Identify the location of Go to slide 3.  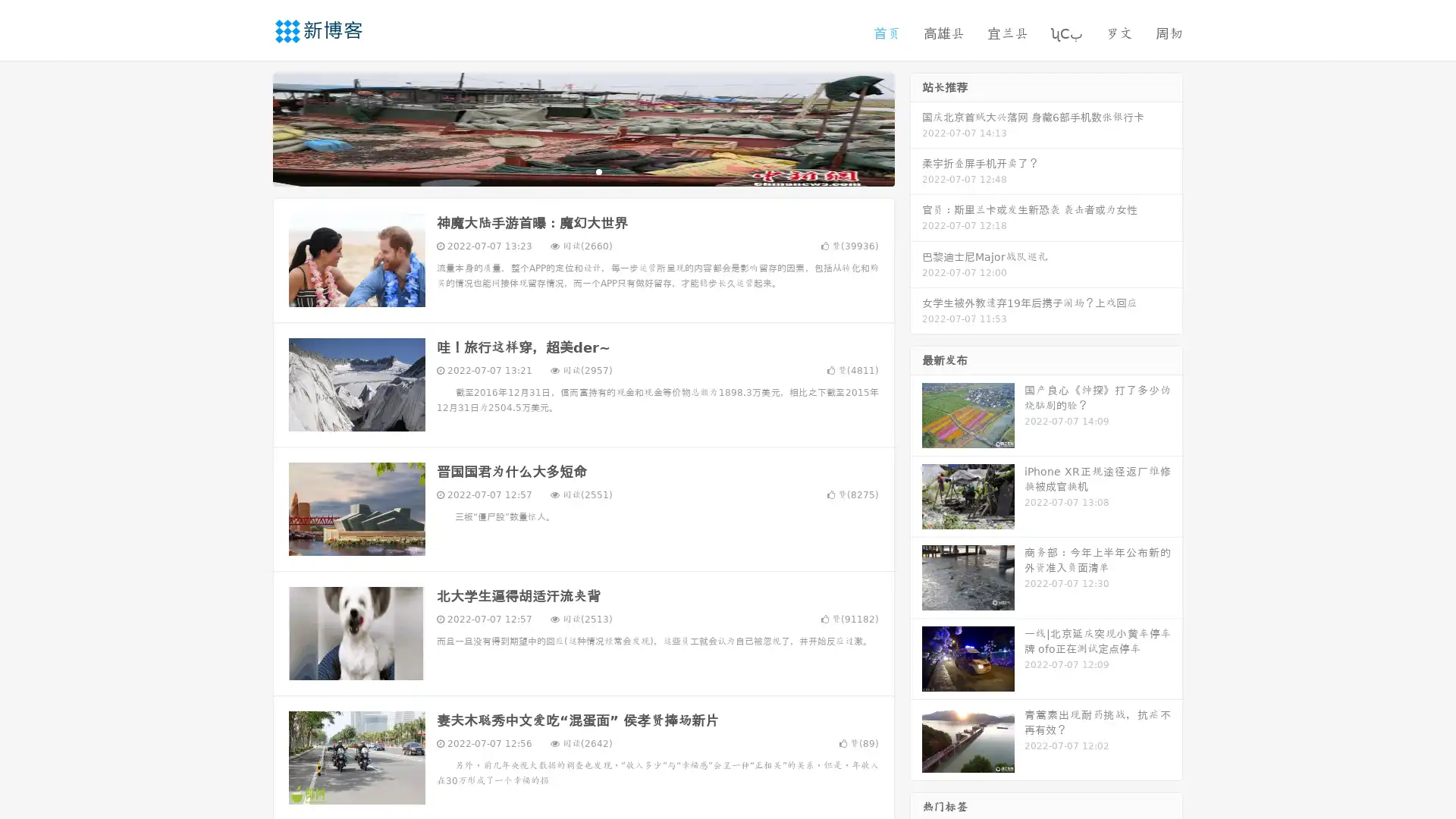
(598, 171).